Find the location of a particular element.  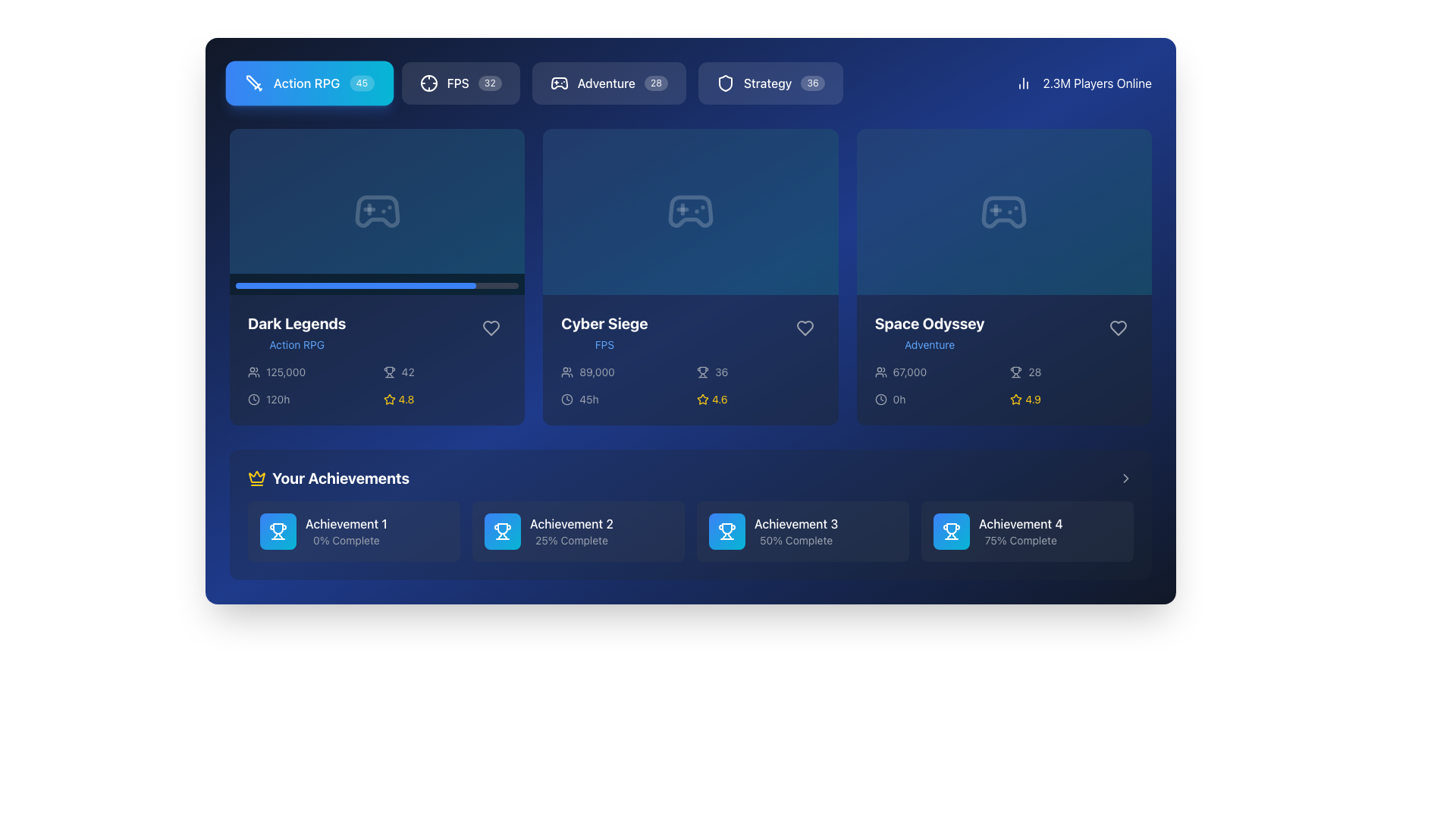

the gaming icon associated with 'Dark Legends', which is centrally located in the first card of game descriptions, slightly above the descriptive text and horizontally aligned with the title is located at coordinates (377, 212).